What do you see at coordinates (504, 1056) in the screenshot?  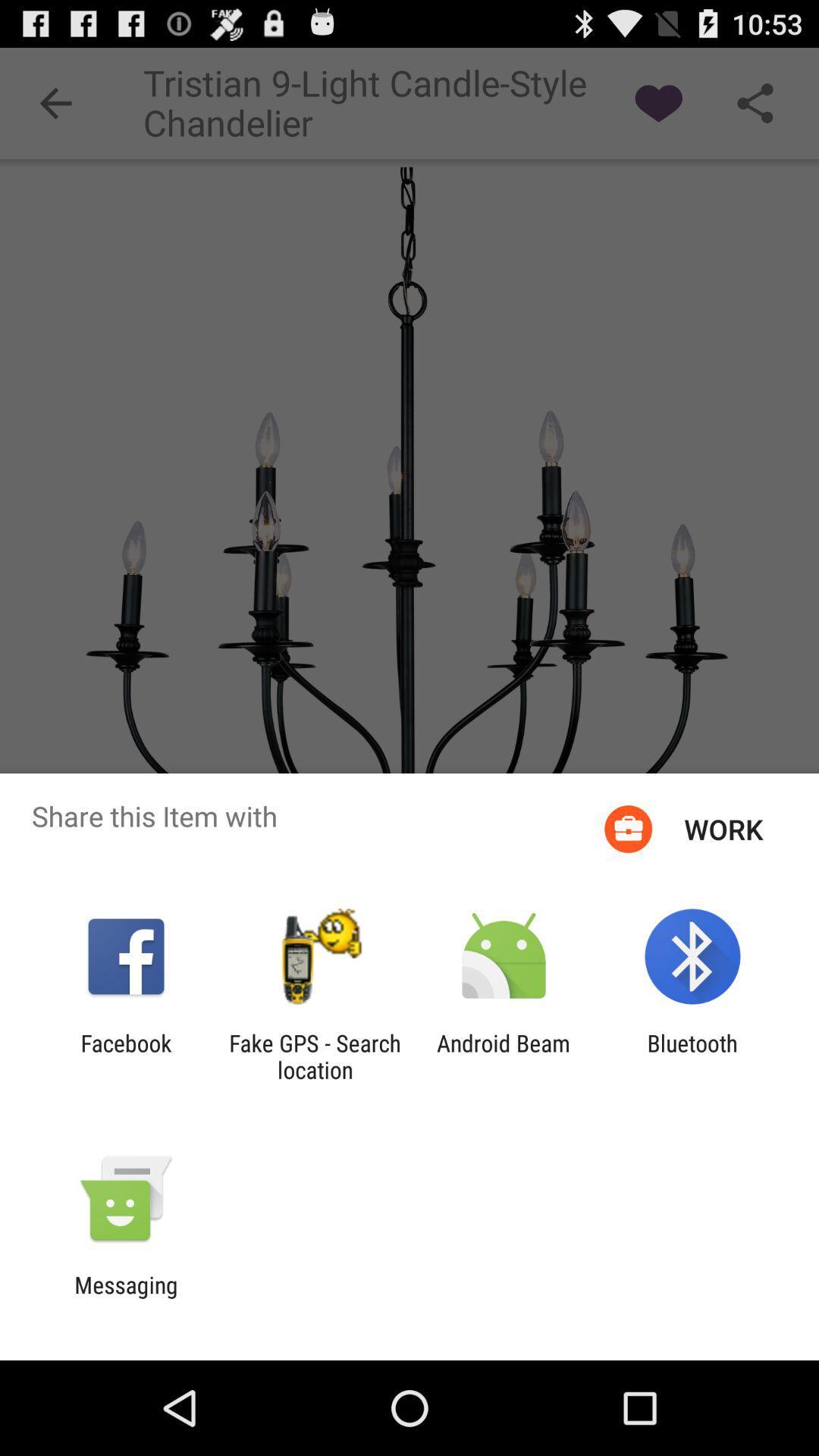 I see `the android beam icon` at bounding box center [504, 1056].